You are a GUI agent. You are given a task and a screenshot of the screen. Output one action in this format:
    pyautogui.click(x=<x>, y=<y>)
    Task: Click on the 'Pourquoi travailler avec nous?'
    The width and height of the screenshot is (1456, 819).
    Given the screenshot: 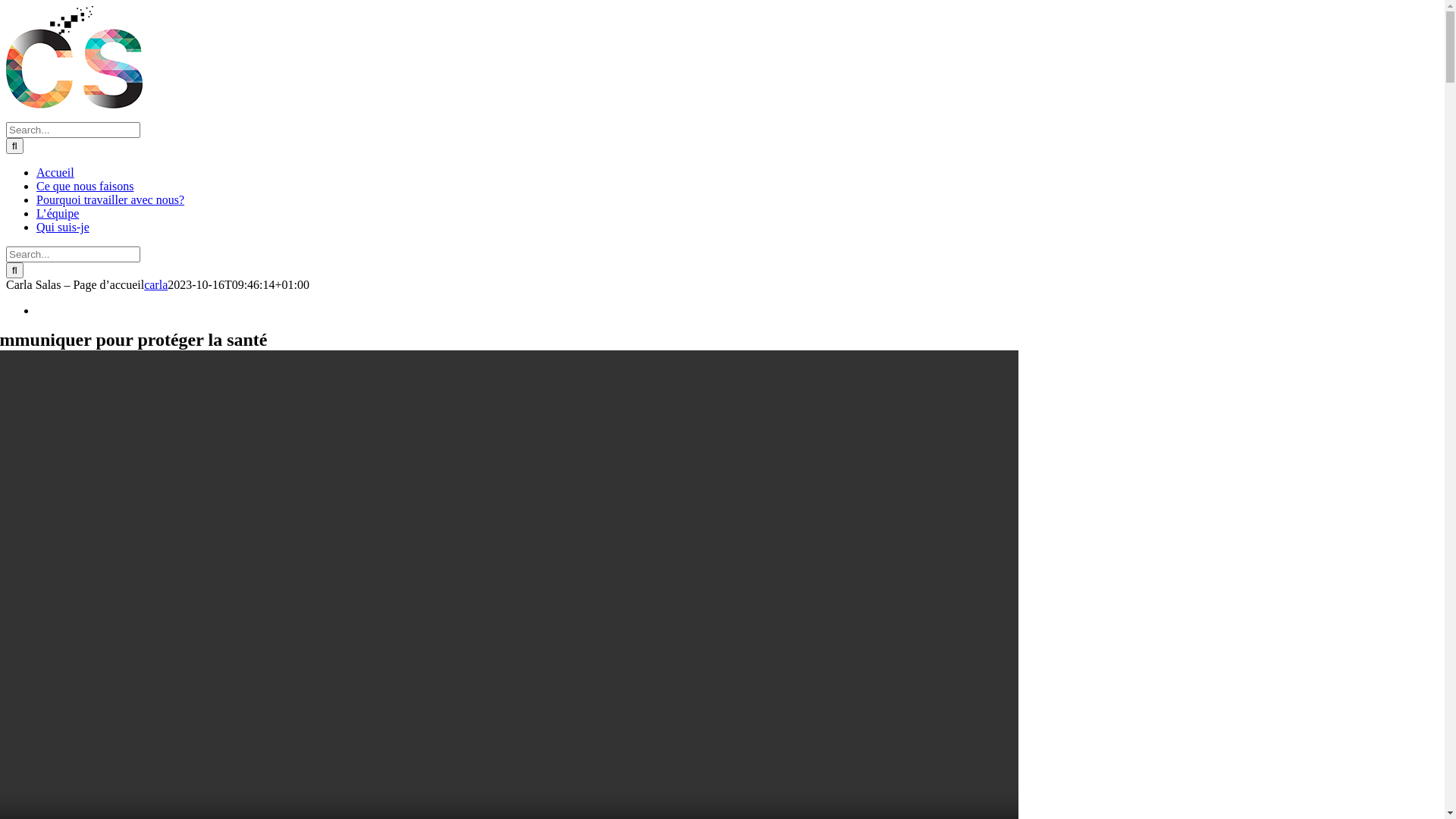 What is the action you would take?
    pyautogui.click(x=109, y=199)
    